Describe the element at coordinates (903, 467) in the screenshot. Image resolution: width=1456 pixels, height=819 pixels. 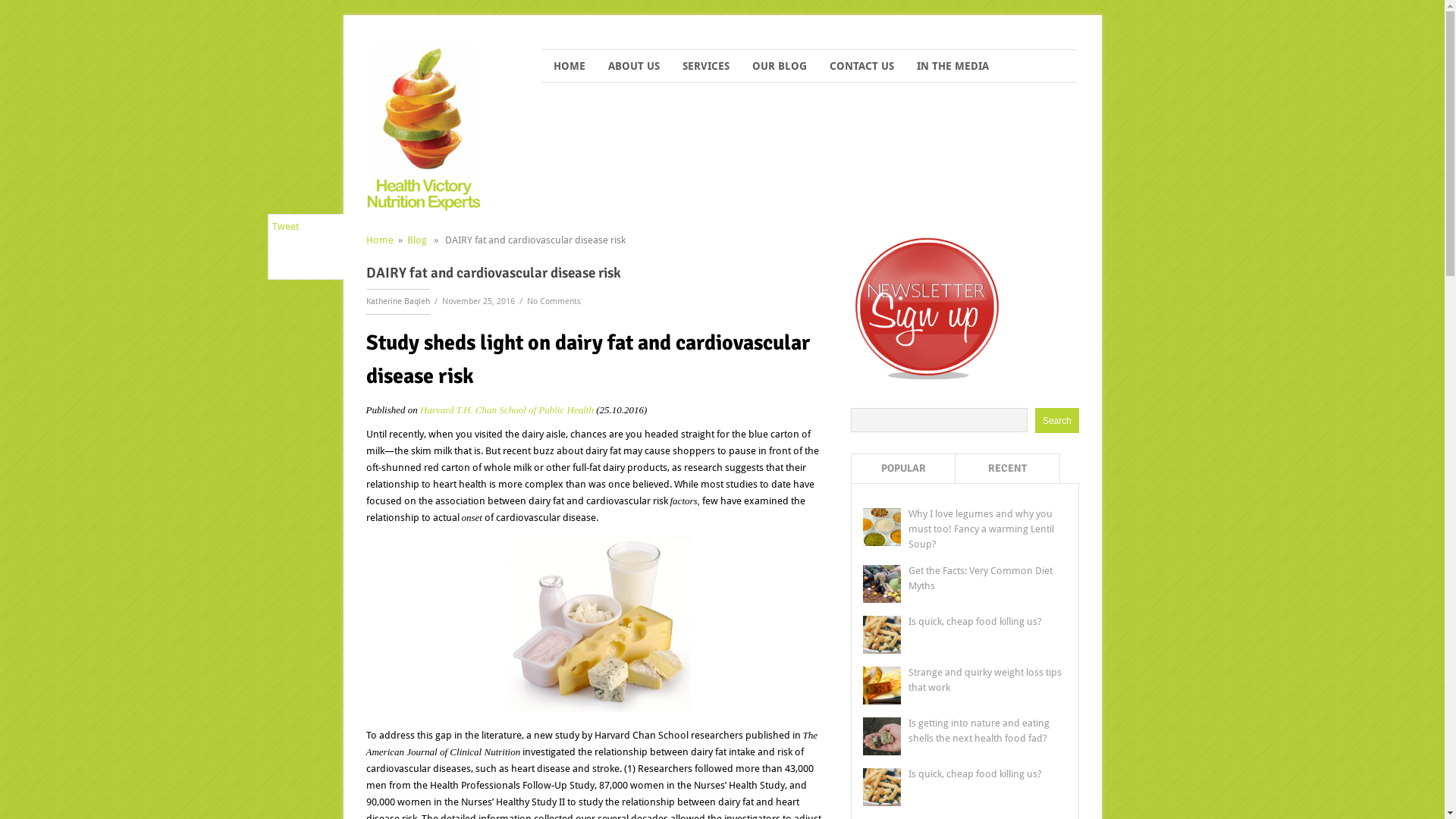
I see `'POPULAR'` at that location.